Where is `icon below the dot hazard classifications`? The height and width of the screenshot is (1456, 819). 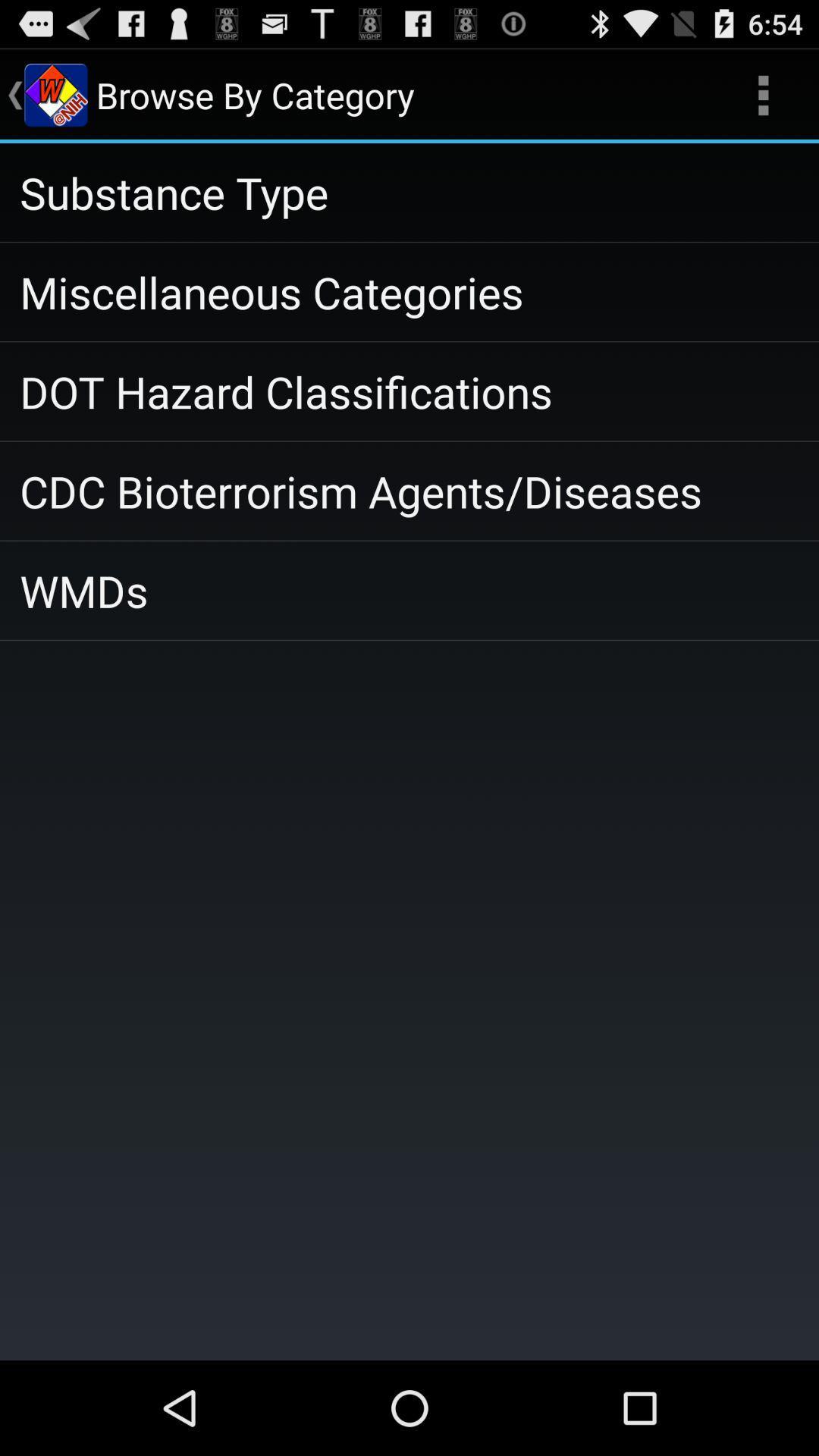
icon below the dot hazard classifications is located at coordinates (409, 491).